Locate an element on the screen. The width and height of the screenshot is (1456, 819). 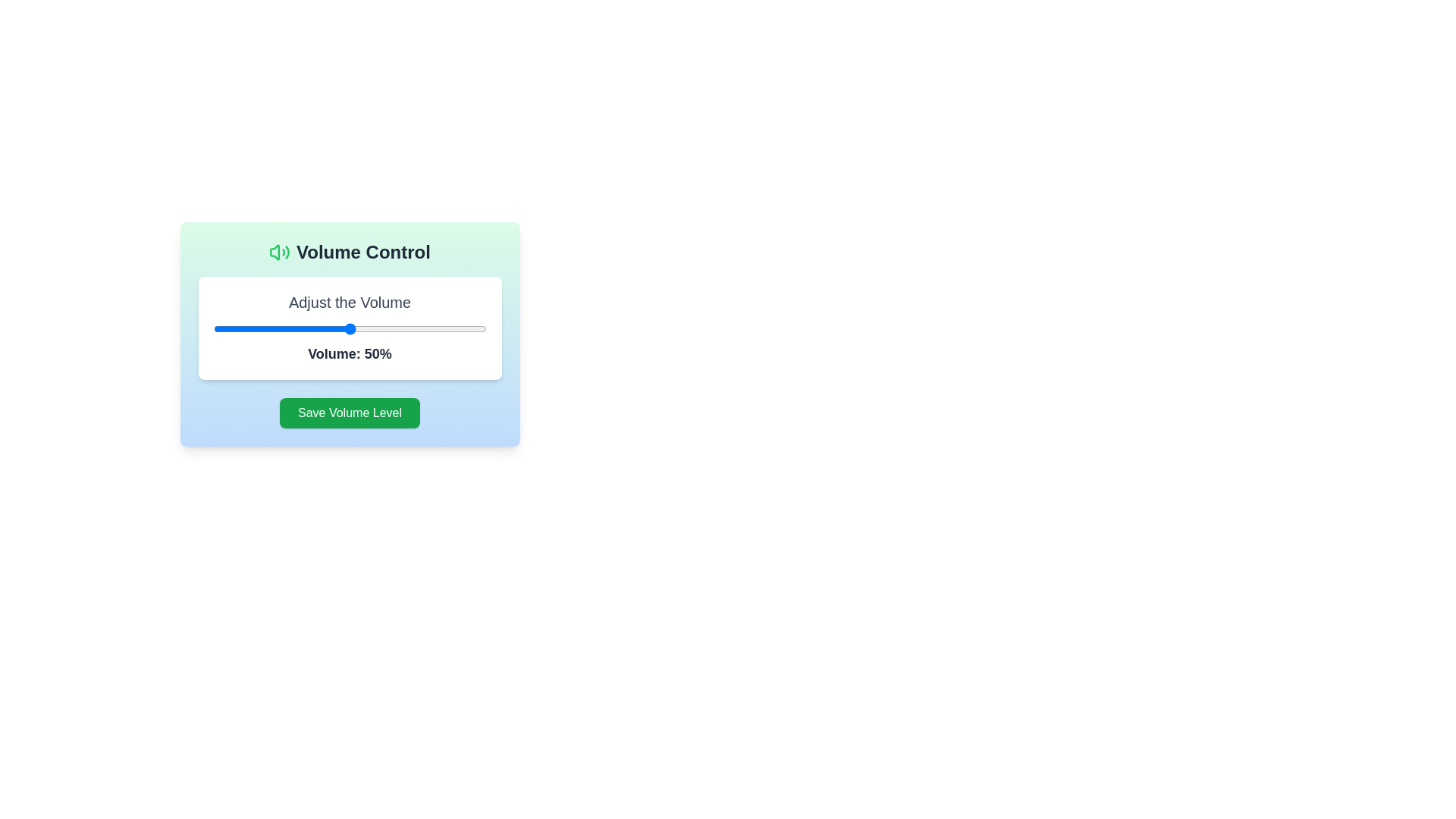
the volume slider to set the volume to 81% is located at coordinates (434, 328).